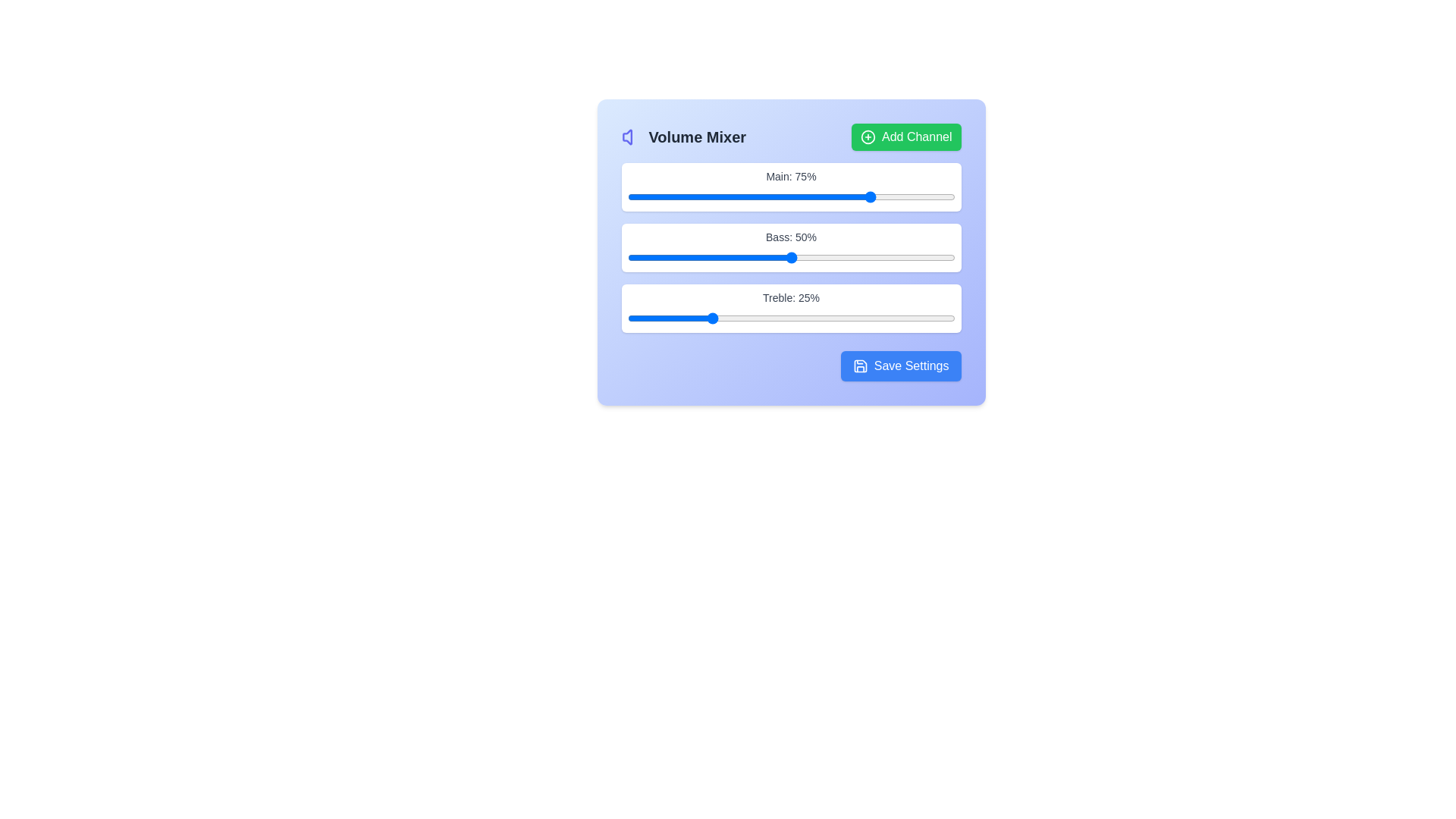 The width and height of the screenshot is (1456, 819). Describe the element at coordinates (856, 318) in the screenshot. I see `the treble level` at that location.